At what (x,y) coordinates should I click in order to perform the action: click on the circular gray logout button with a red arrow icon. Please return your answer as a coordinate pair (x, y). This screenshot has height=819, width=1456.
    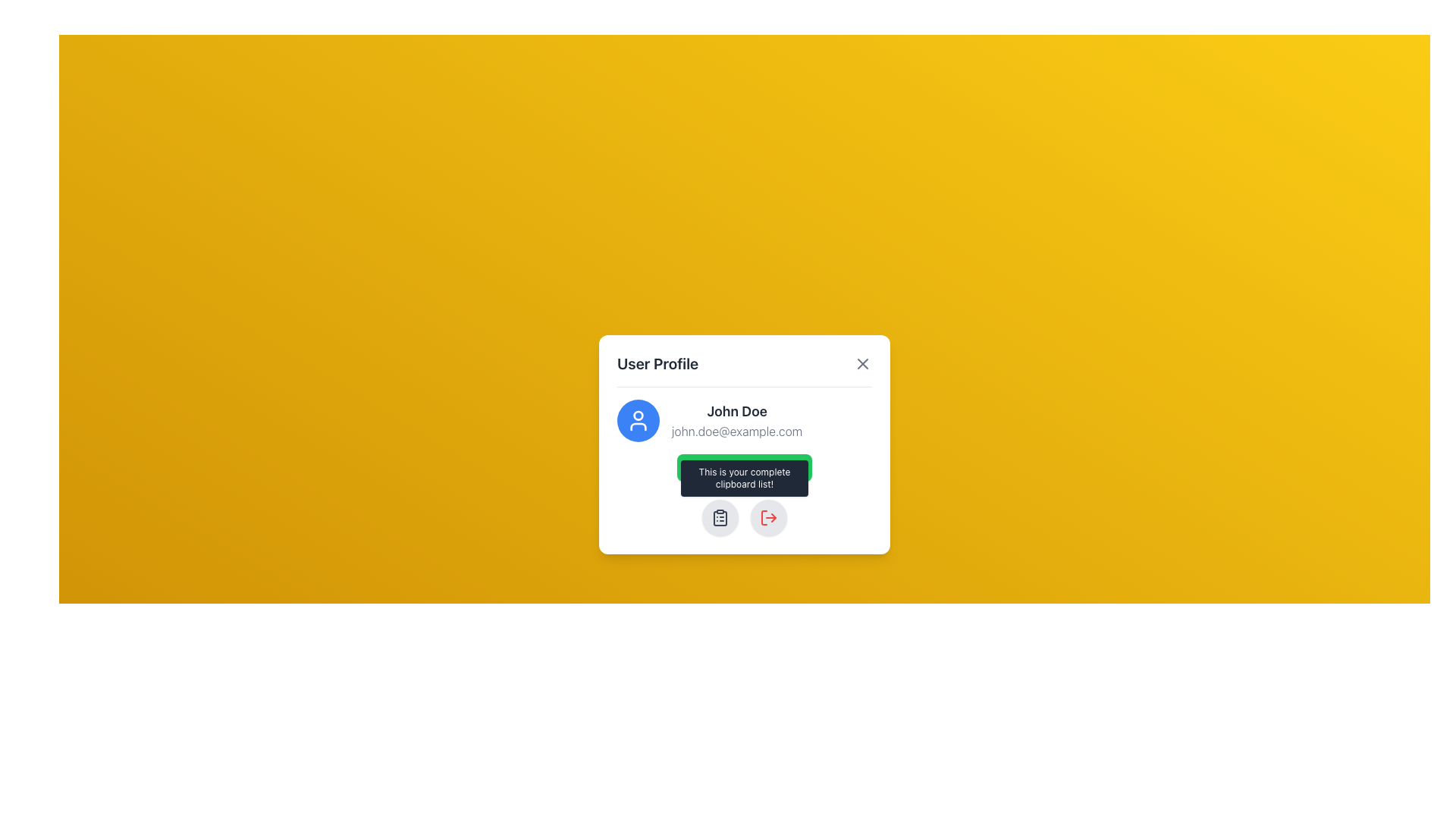
    Looking at the image, I should click on (768, 516).